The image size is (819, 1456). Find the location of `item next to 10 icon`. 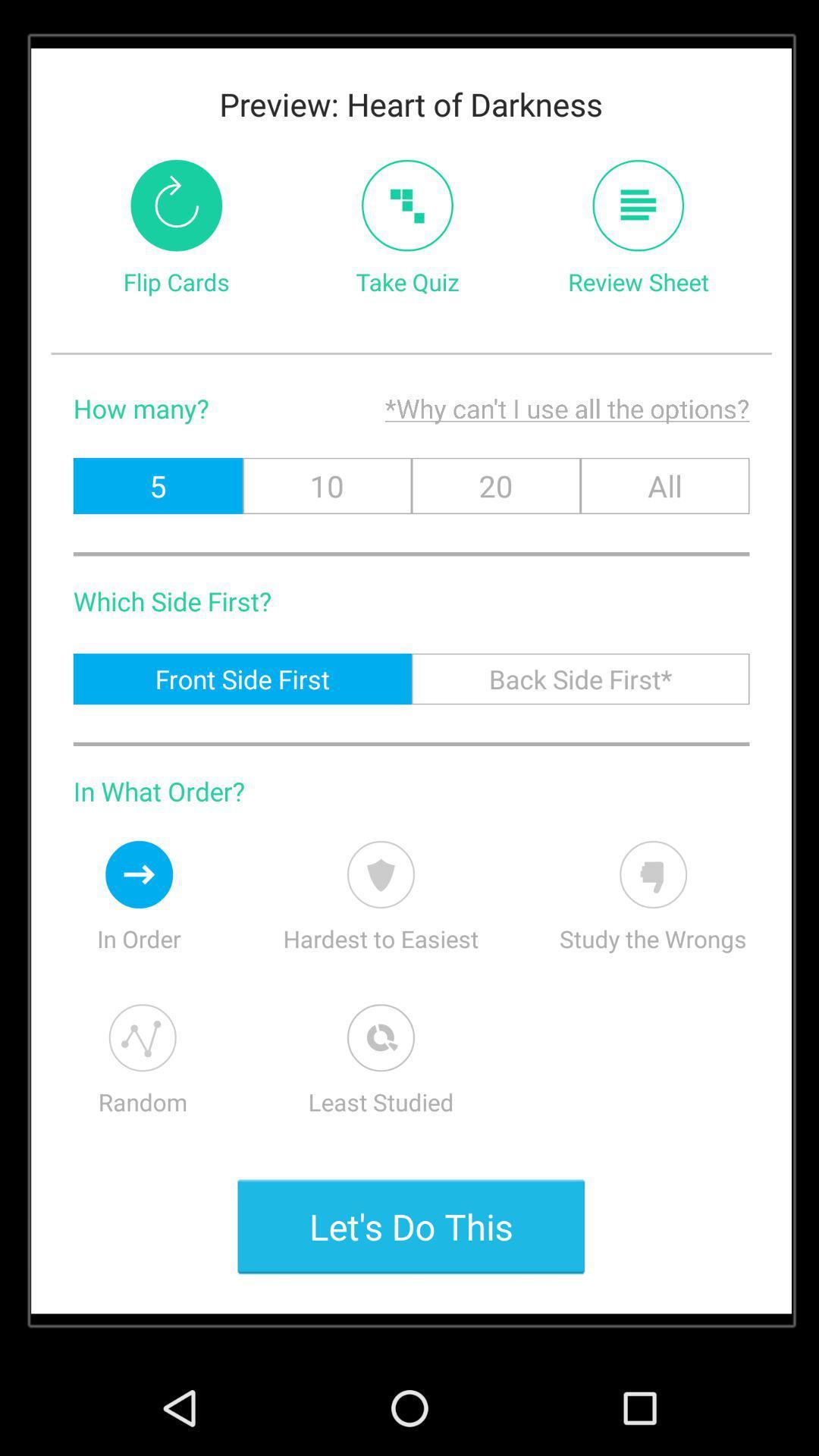

item next to 10 icon is located at coordinates (496, 485).